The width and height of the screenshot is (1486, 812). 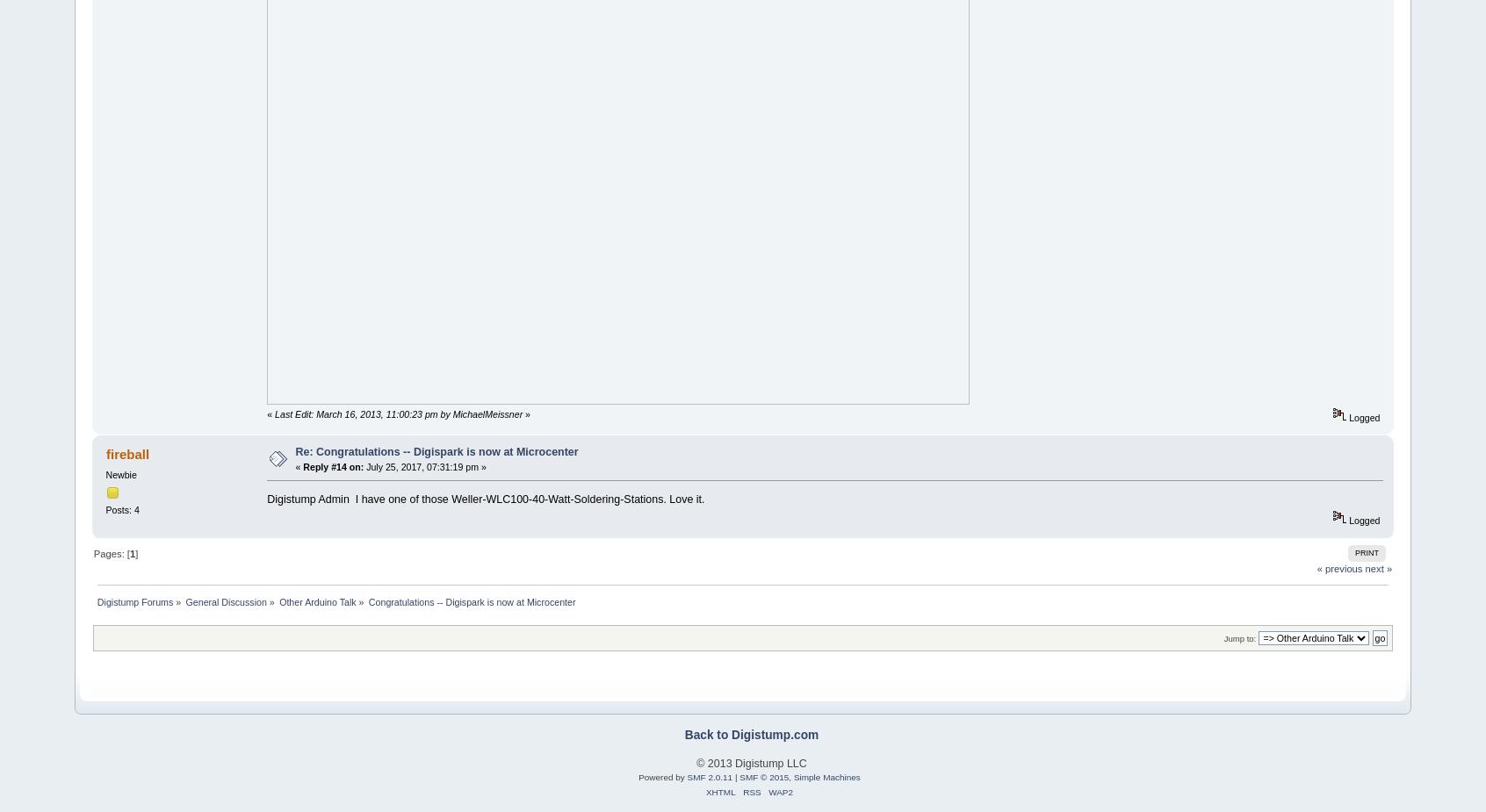 What do you see at coordinates (105, 454) in the screenshot?
I see `'fireball'` at bounding box center [105, 454].